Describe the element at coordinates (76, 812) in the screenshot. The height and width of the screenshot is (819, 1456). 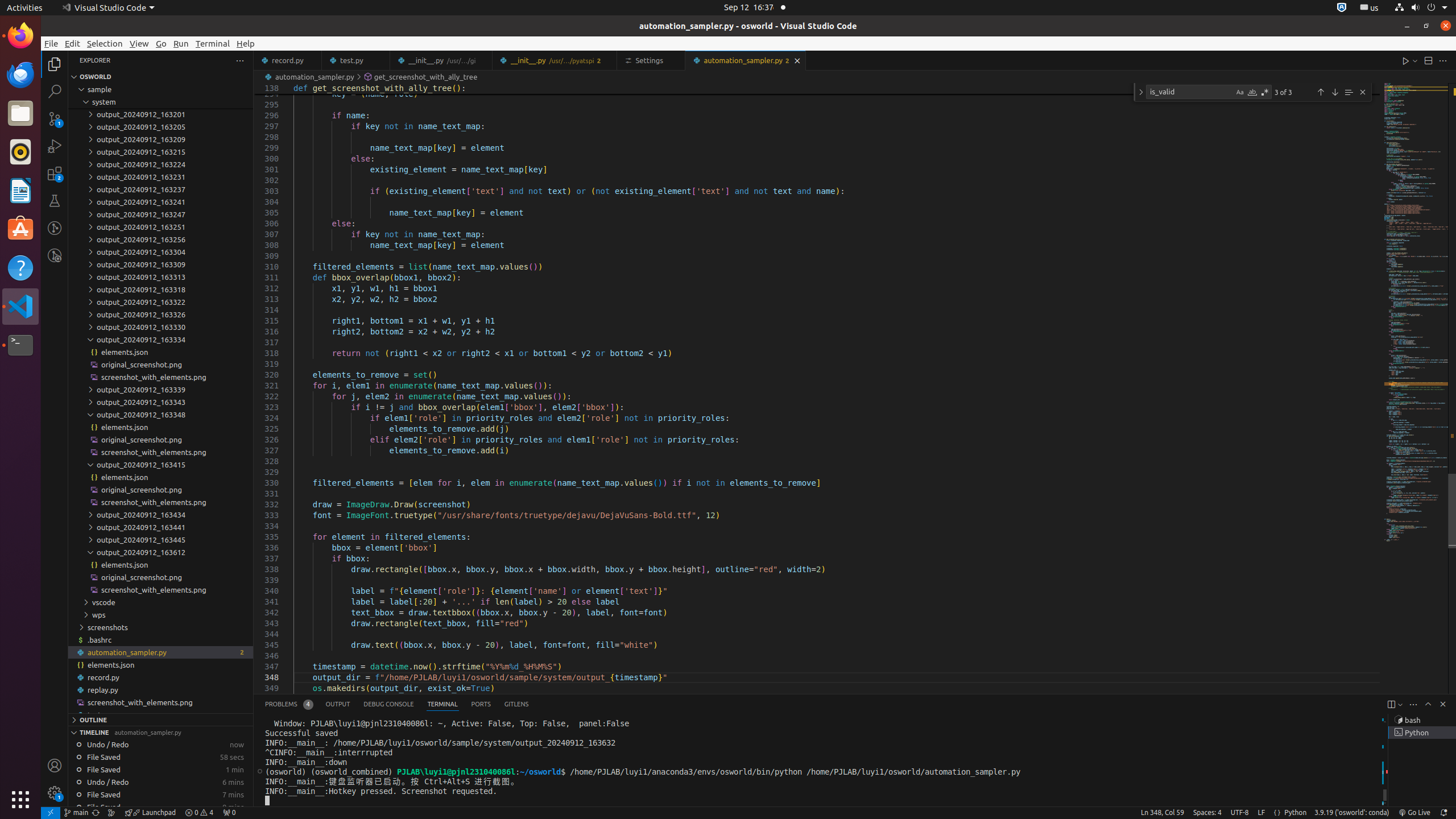
I see `'OSWorld (Git) - main, Checkout Branch/Tag...'` at that location.